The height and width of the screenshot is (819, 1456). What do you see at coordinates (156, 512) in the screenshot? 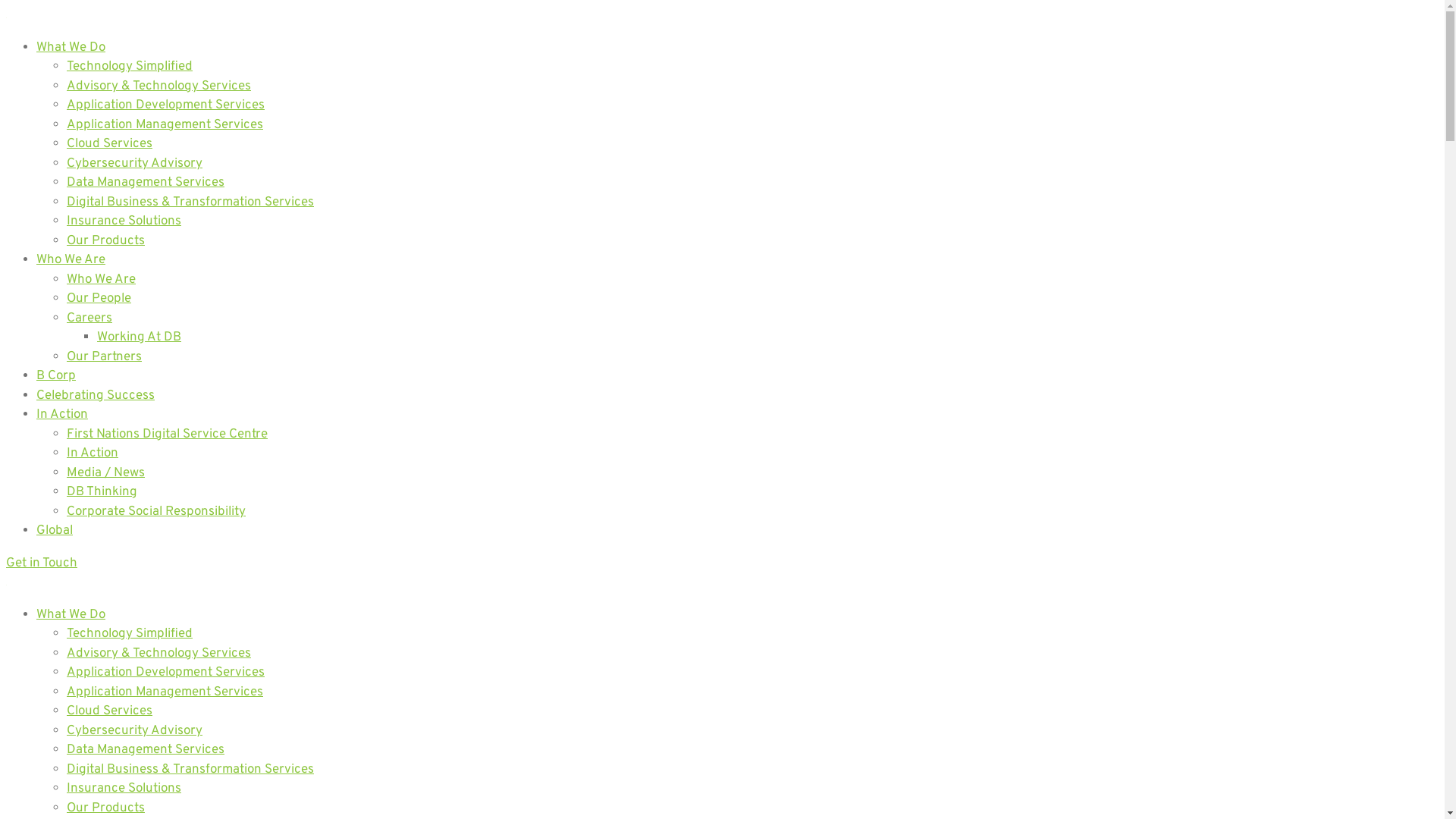
I see `'Corporate Social Responsibility'` at bounding box center [156, 512].